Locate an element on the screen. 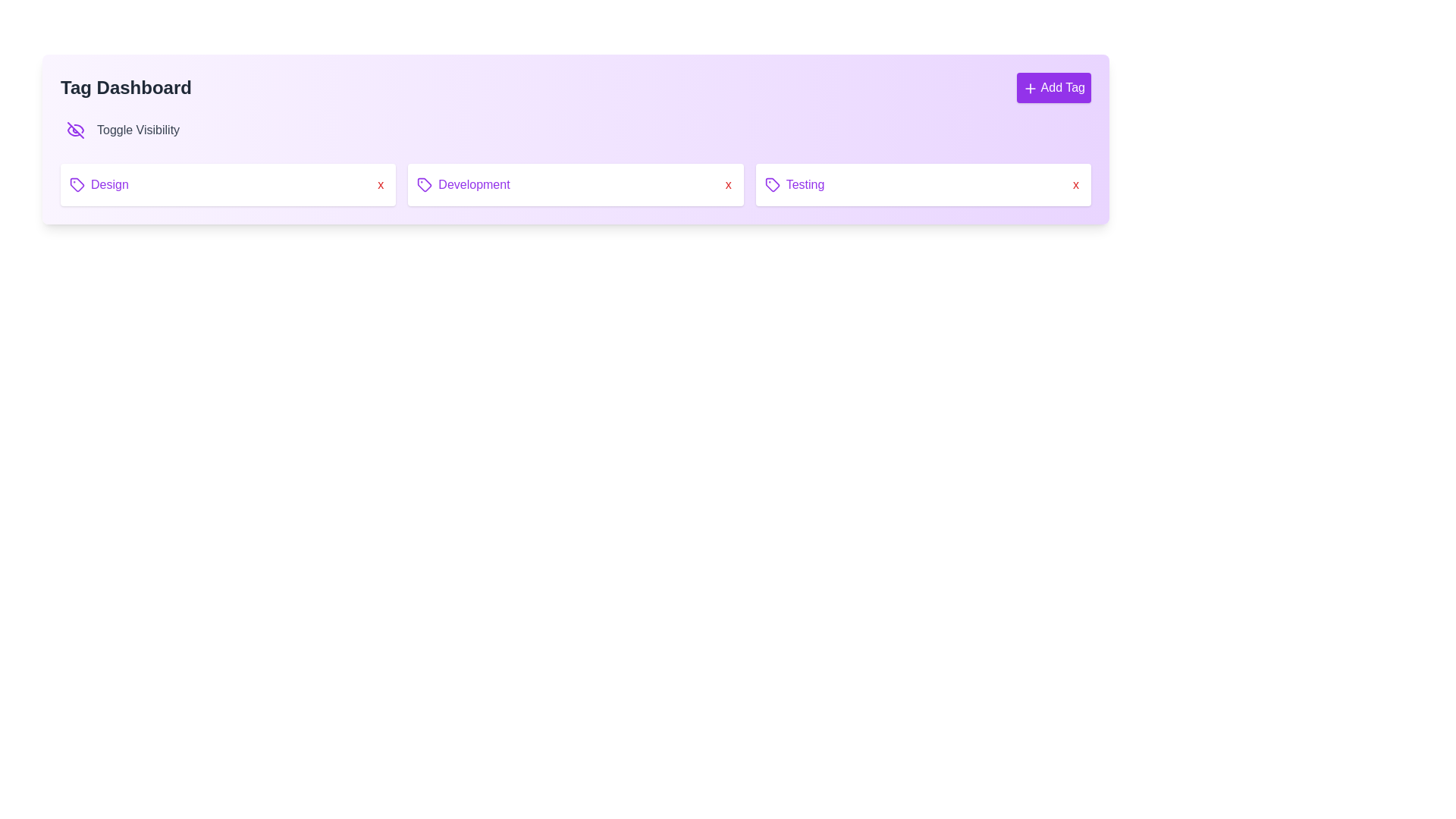  the small red 'x' button located at the far-right side of the 'Testing' tag section is located at coordinates (1075, 184).